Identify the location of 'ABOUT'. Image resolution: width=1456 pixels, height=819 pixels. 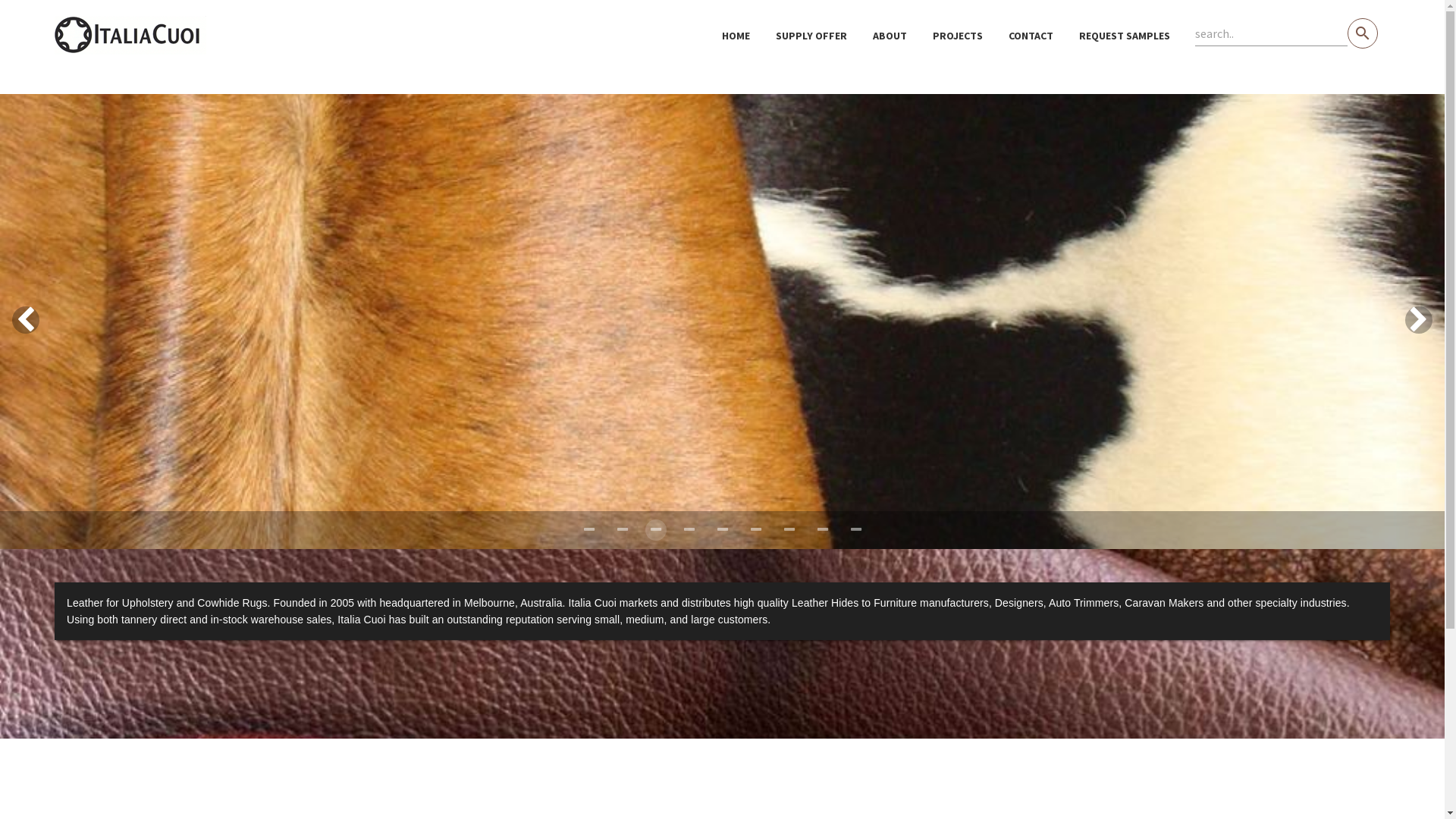
(890, 34).